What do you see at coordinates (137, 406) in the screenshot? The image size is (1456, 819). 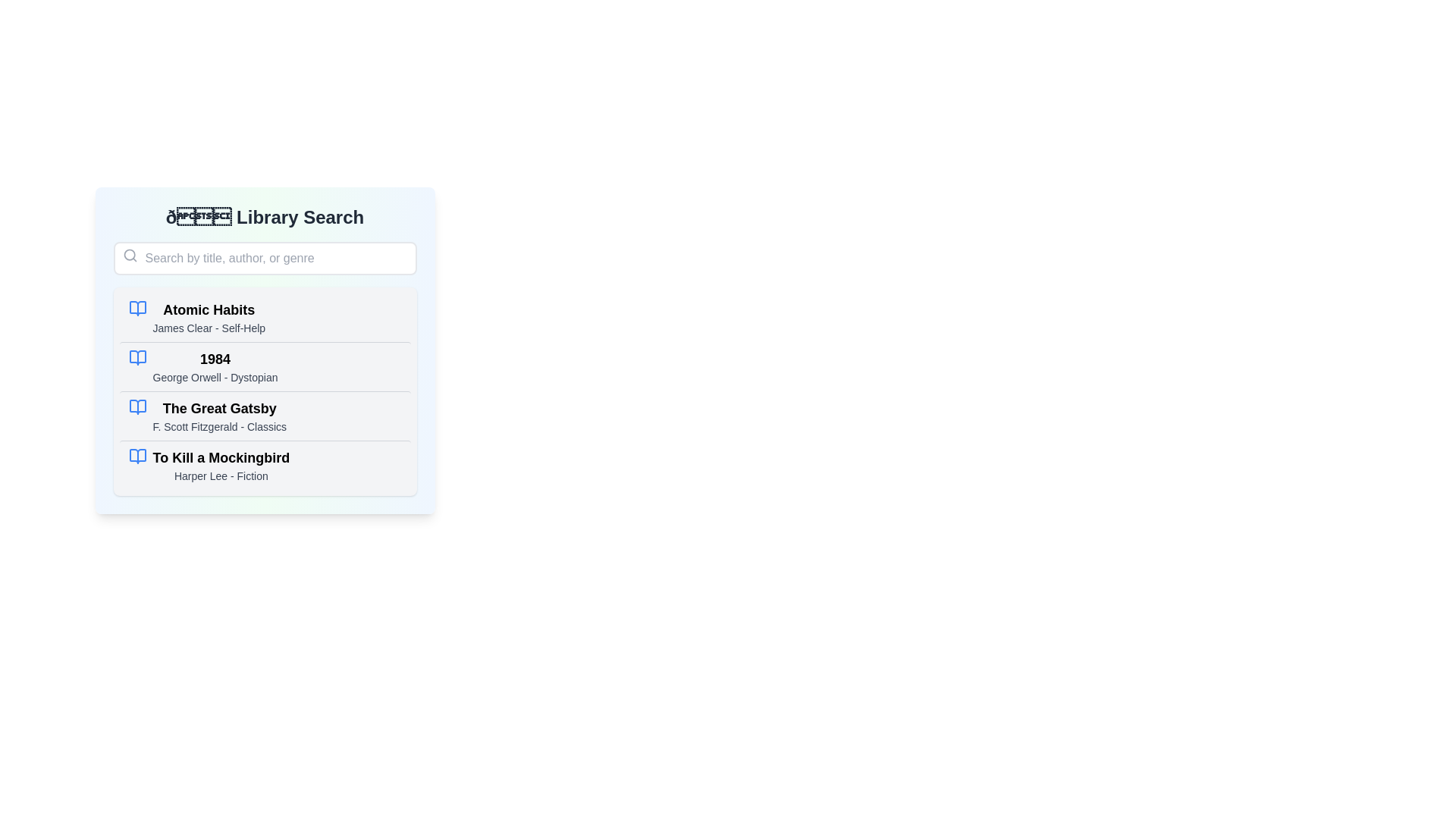 I see `the book icon representing 'The Great Gatsby', located at the left end of its row in the list` at bounding box center [137, 406].